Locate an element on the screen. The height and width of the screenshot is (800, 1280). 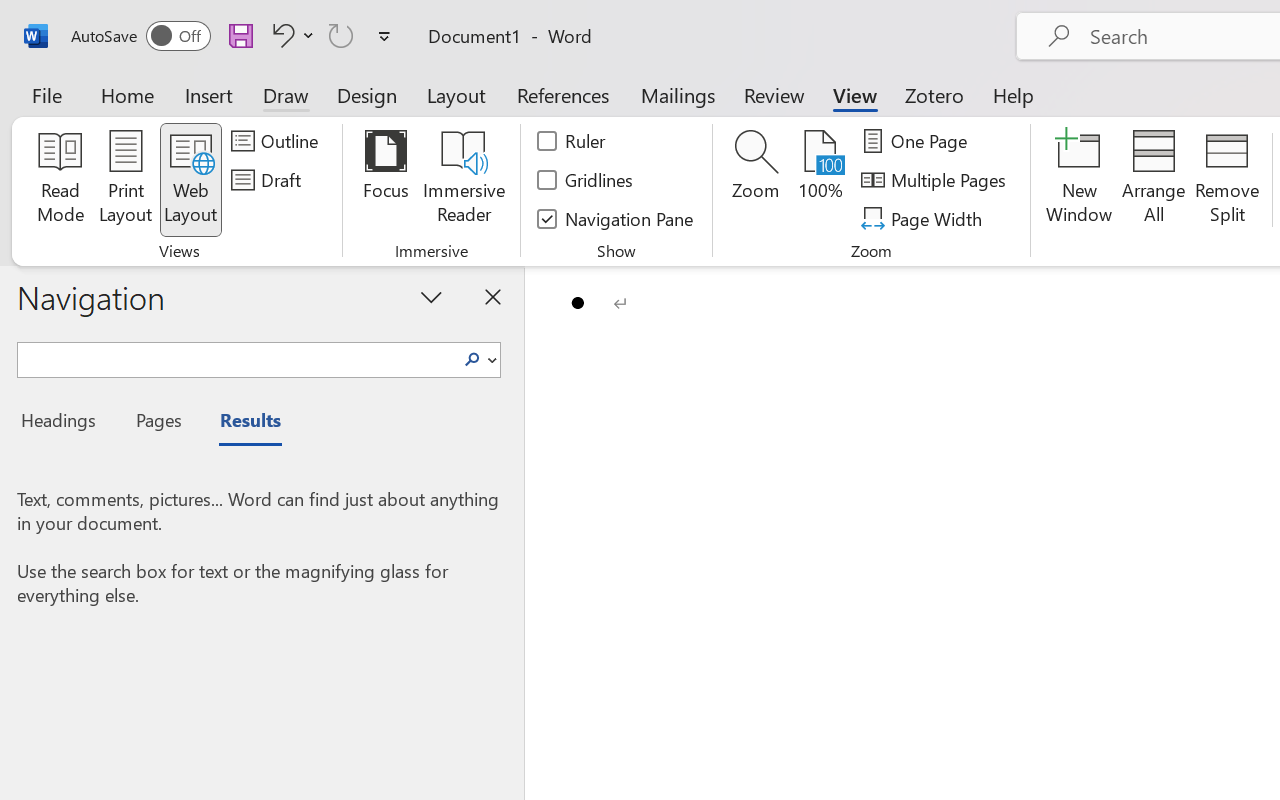
'Results' is located at coordinates (240, 423).